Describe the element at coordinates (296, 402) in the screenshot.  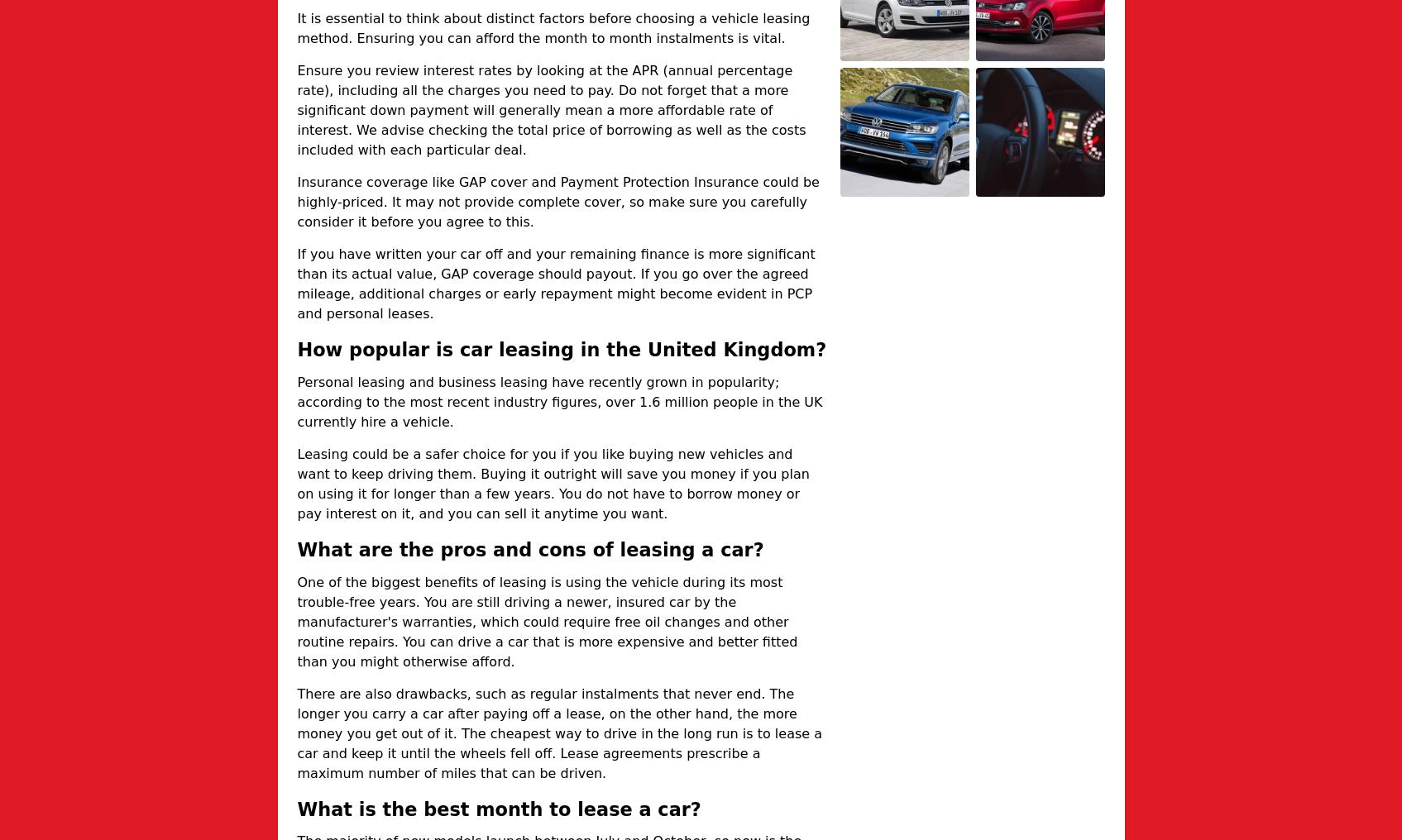
I see `'Personal leasing and business leasing have recently grown in popularity; according to the most recent industry figures, over 1.6 million people in the UK currently hire a vehicle.'` at that location.